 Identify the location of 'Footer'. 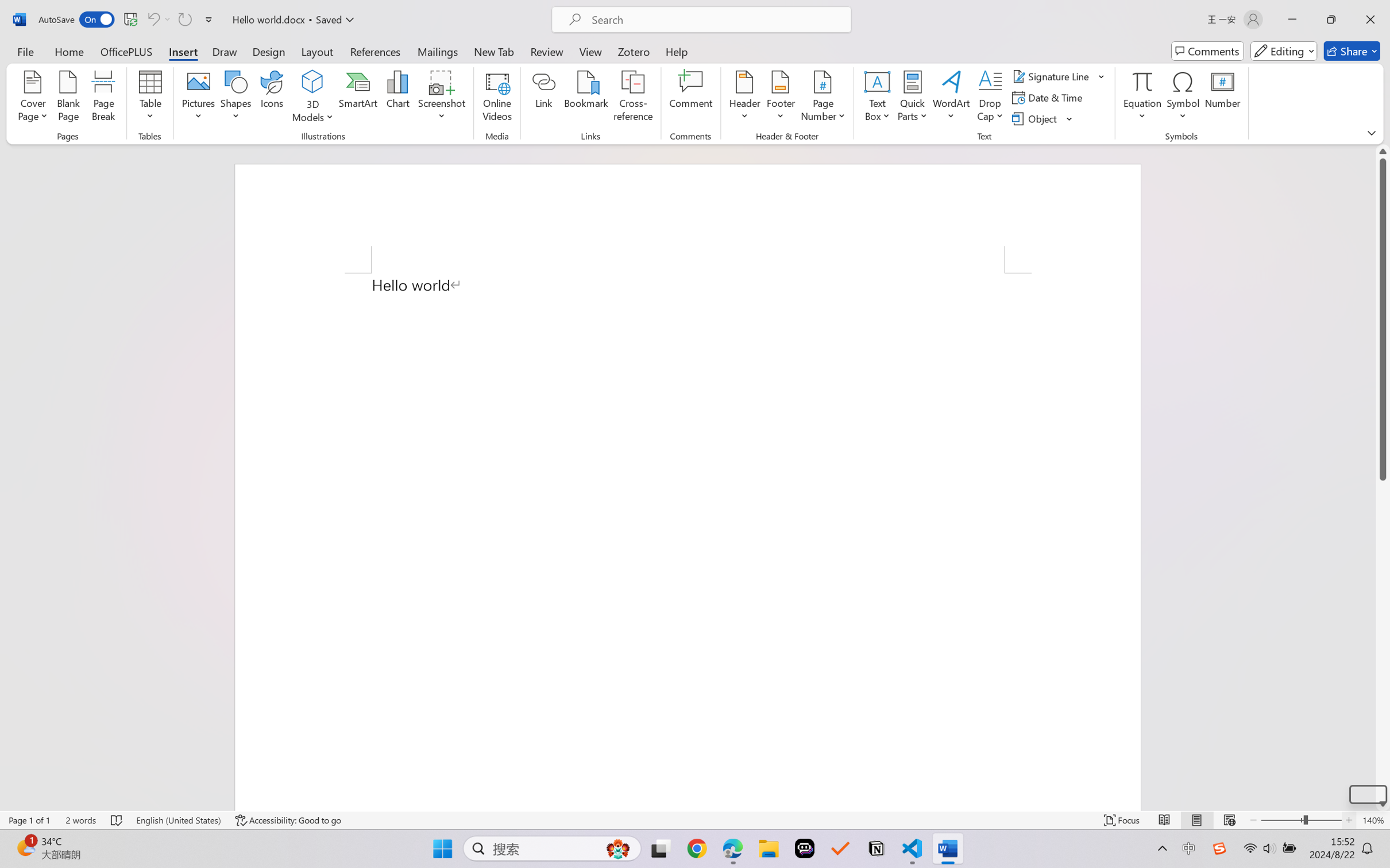
(781, 98).